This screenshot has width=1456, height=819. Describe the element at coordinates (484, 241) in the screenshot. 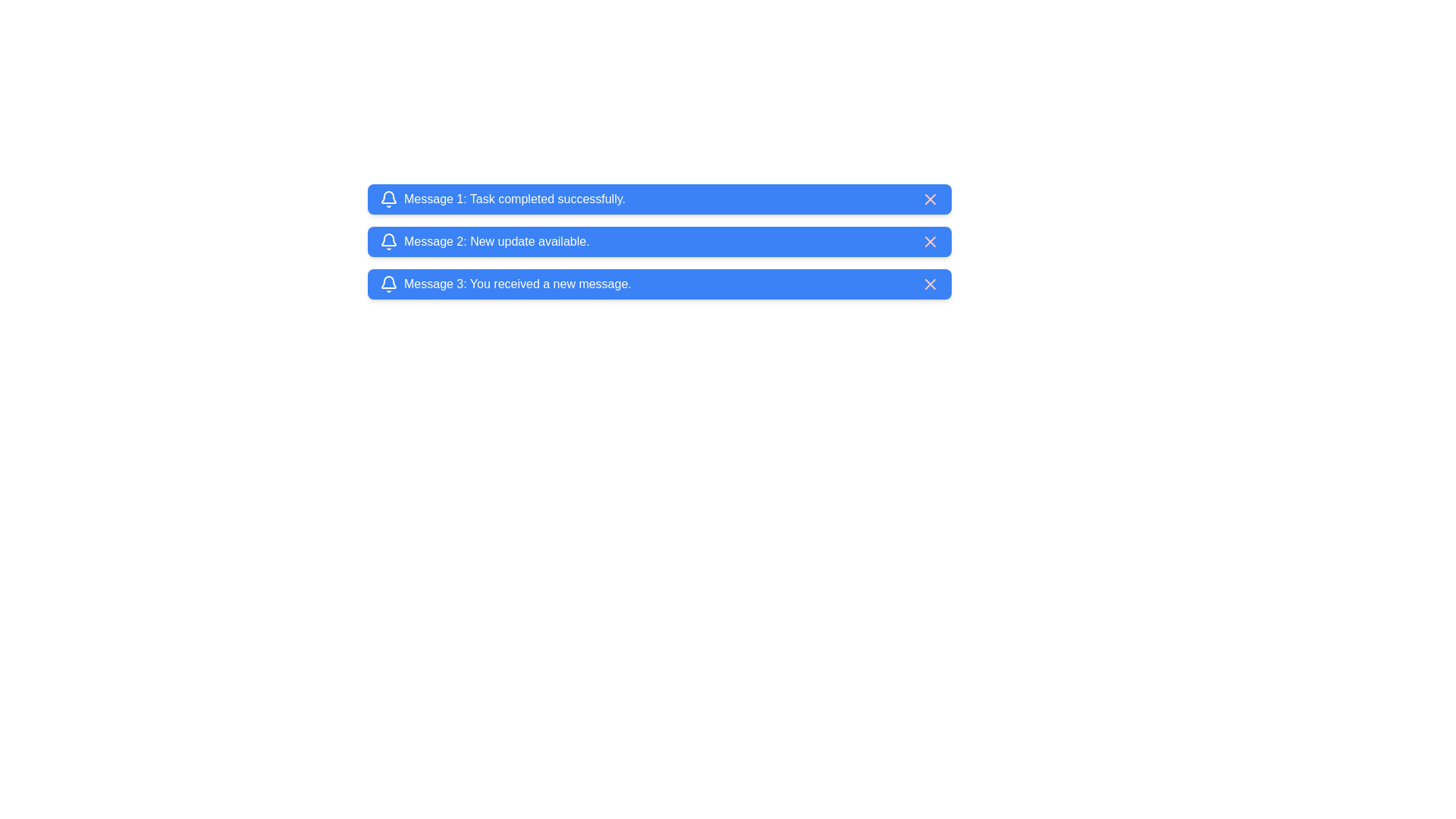

I see `the text label notification area labeled 'Message 2: New update available.' which includes a bell icon on the left` at that location.